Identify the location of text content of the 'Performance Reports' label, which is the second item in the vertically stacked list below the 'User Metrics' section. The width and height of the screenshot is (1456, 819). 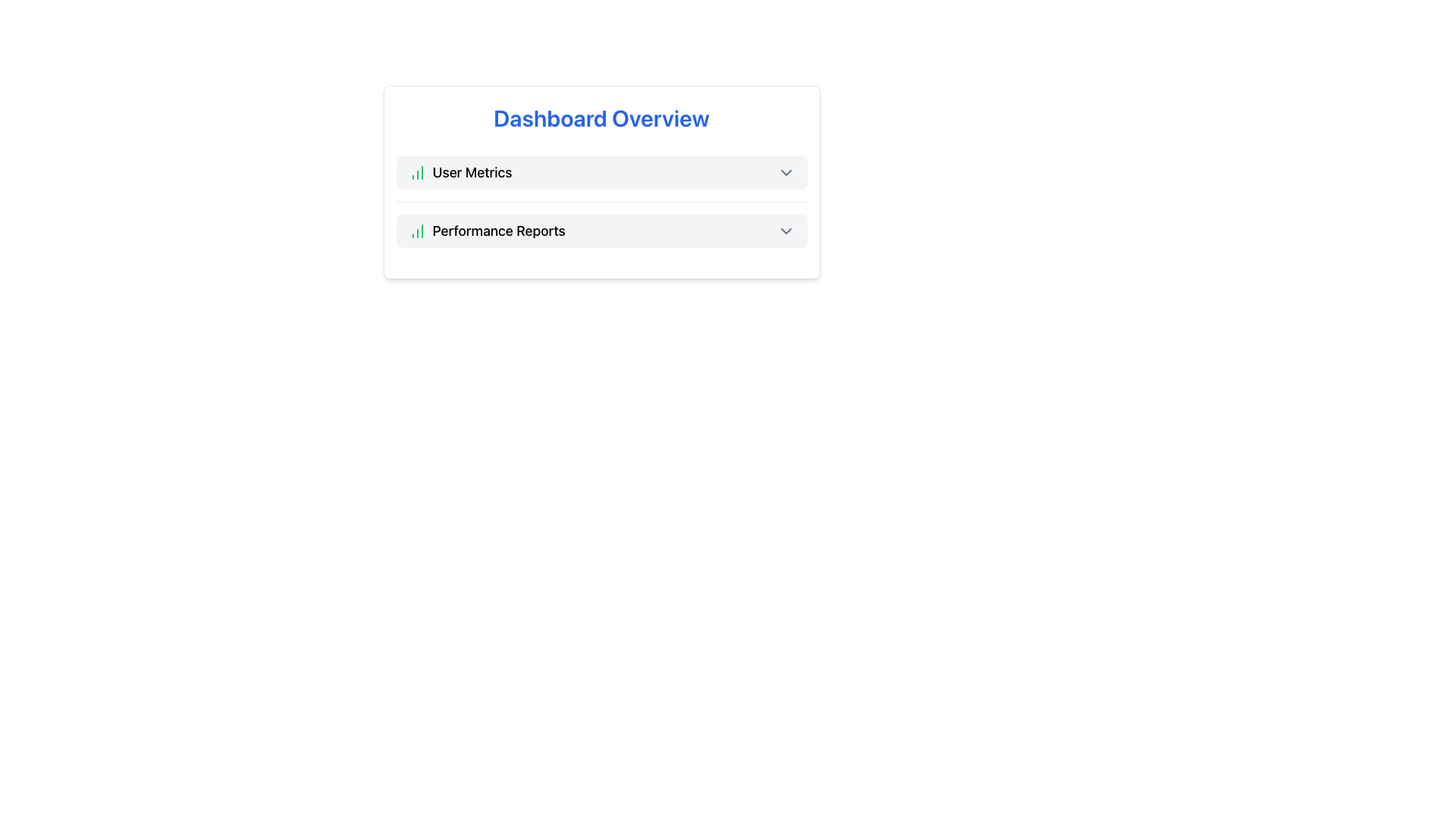
(487, 231).